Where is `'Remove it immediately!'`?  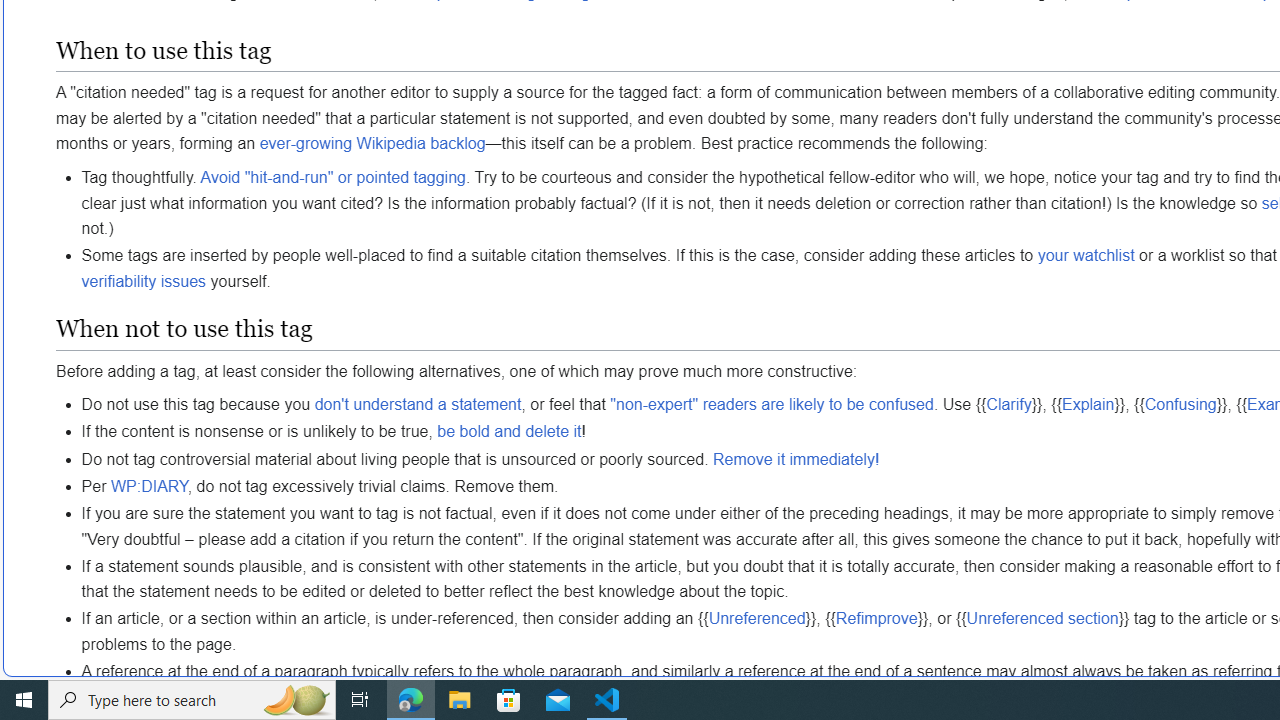
'Remove it immediately!' is located at coordinates (795, 458).